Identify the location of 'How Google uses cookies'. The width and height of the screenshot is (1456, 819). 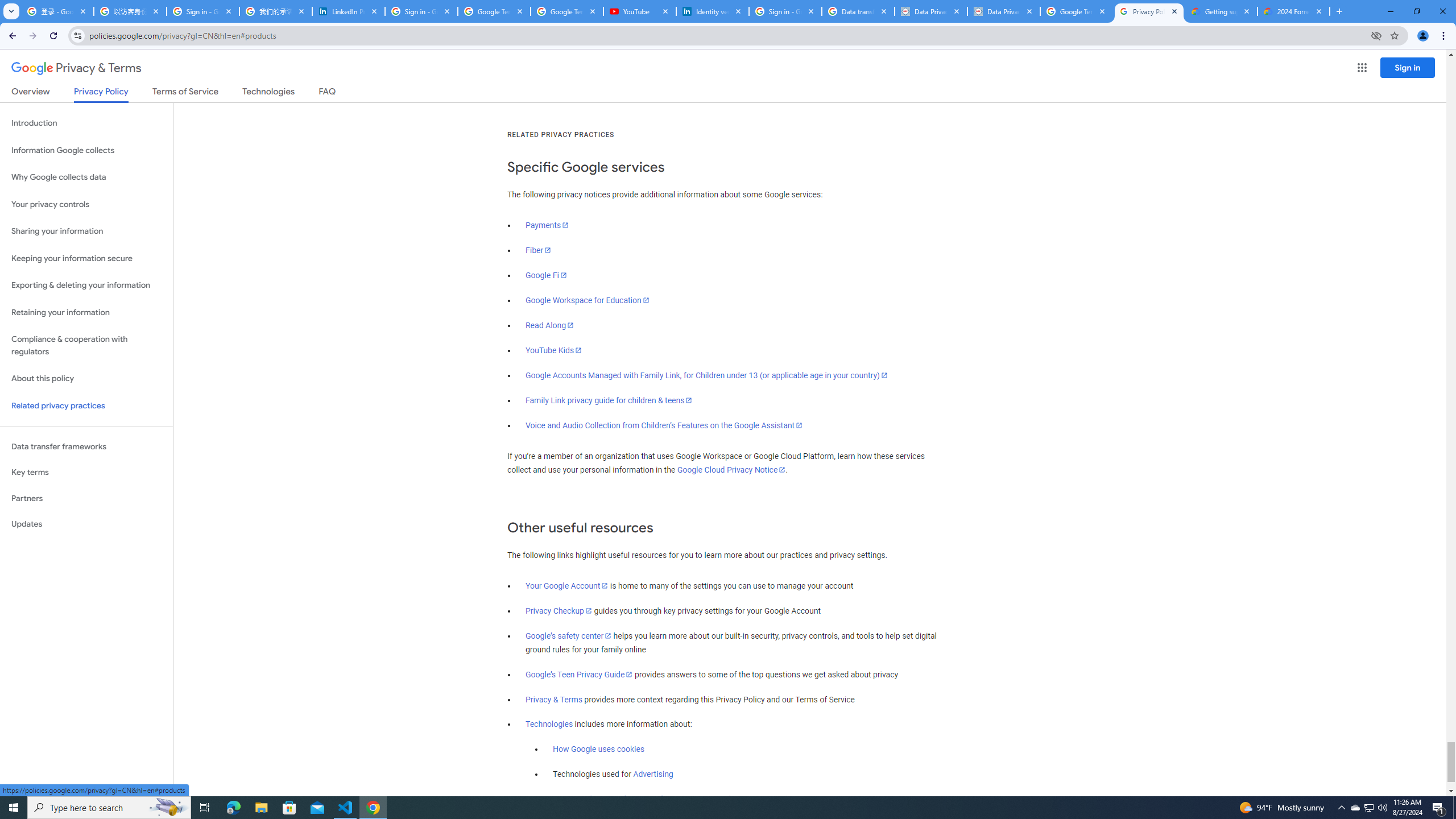
(598, 749).